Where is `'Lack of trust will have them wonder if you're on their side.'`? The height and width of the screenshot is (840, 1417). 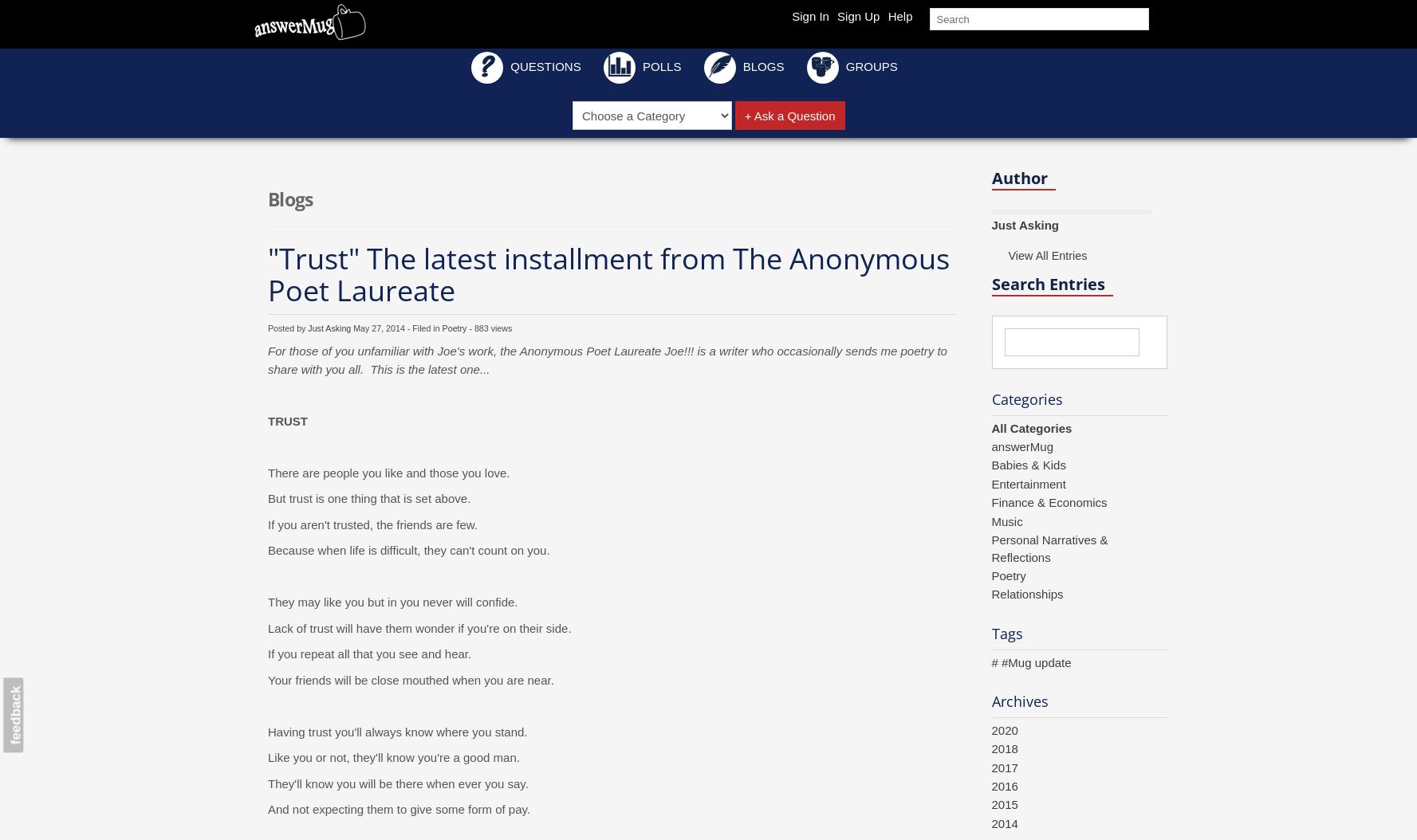 'Lack of trust will have them wonder if you're on their side.' is located at coordinates (419, 627).